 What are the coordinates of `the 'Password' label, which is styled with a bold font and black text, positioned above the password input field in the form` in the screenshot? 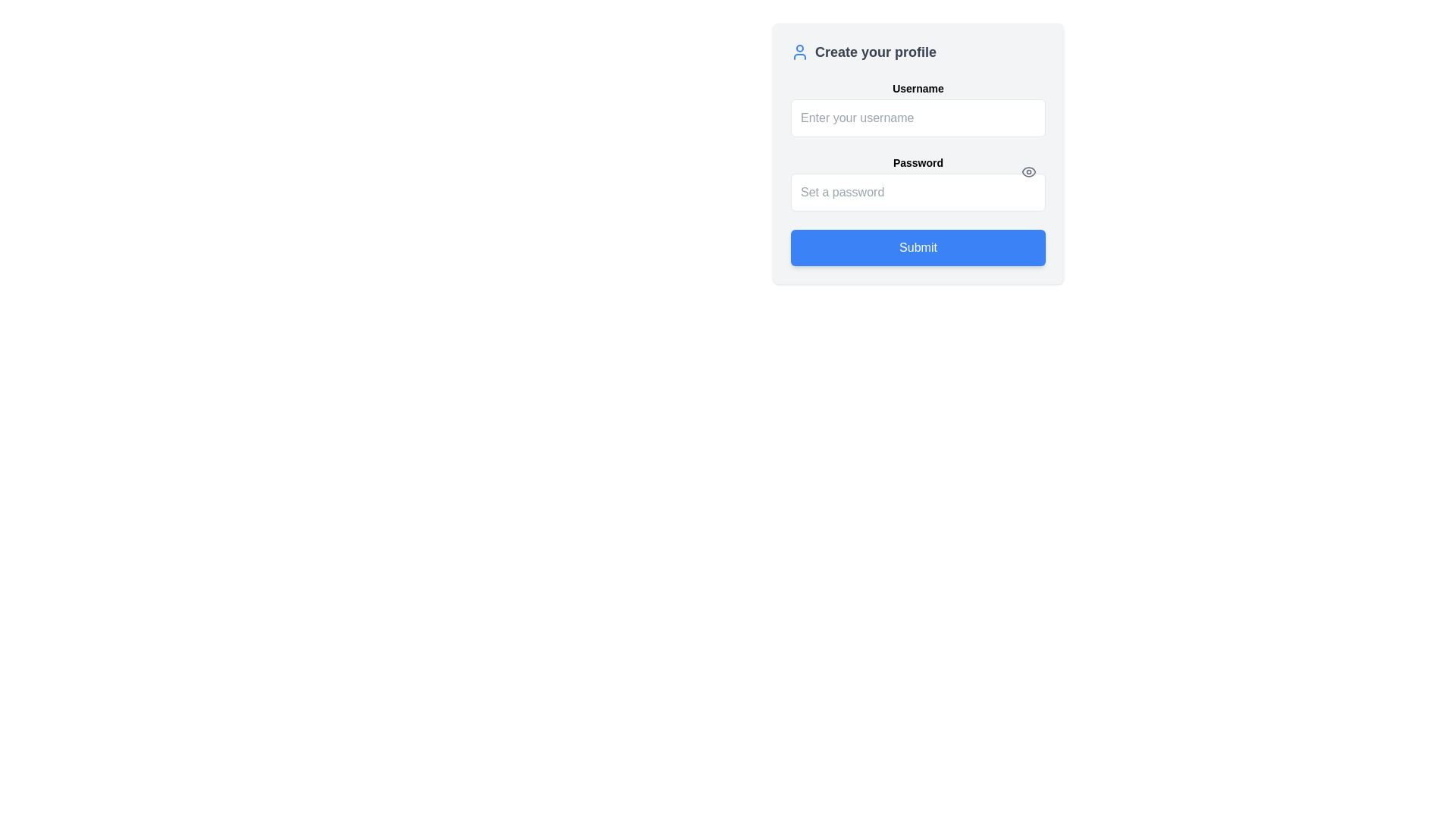 It's located at (917, 163).